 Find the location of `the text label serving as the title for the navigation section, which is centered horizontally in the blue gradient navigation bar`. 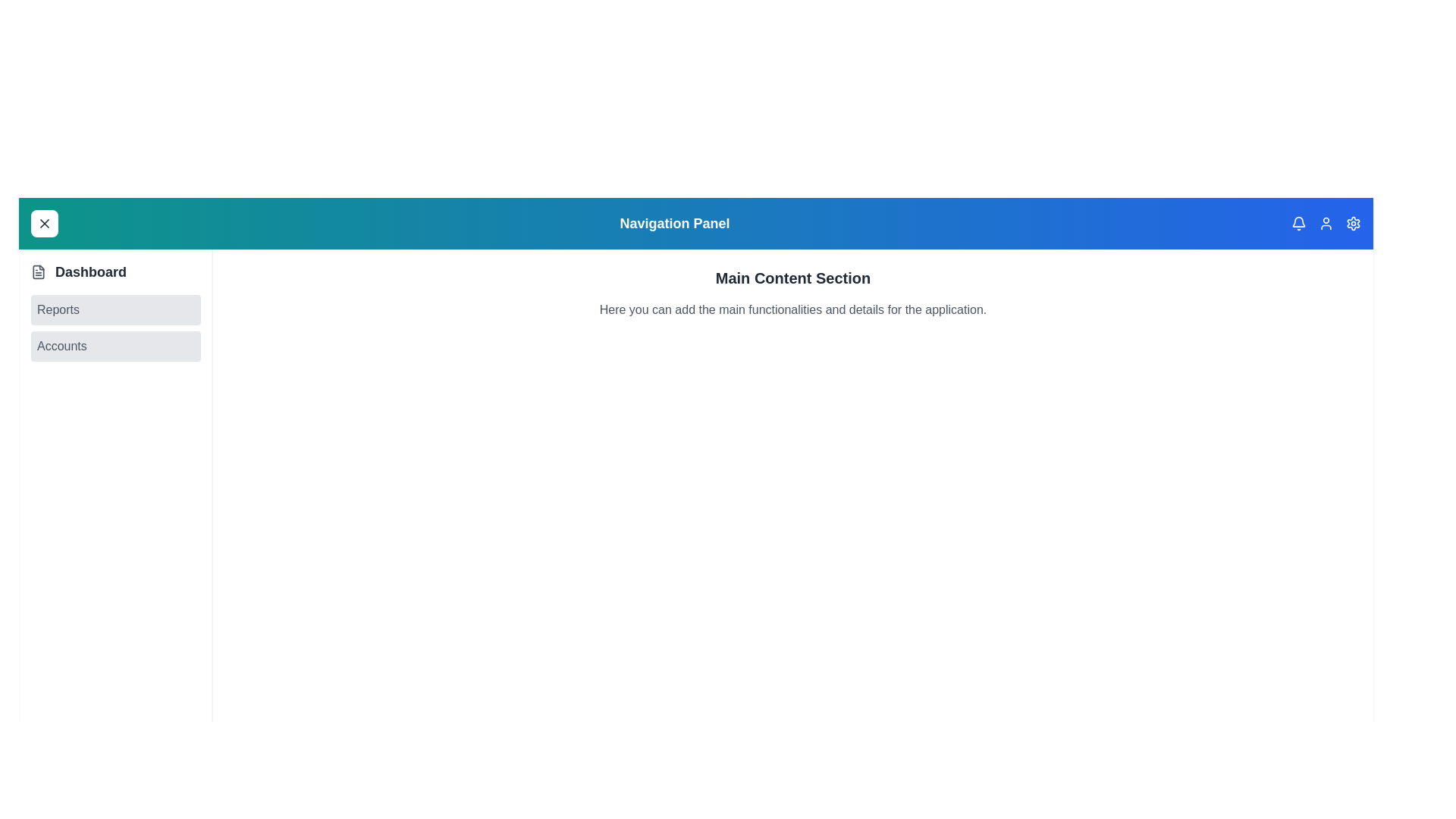

the text label serving as the title for the navigation section, which is centered horizontally in the blue gradient navigation bar is located at coordinates (673, 223).